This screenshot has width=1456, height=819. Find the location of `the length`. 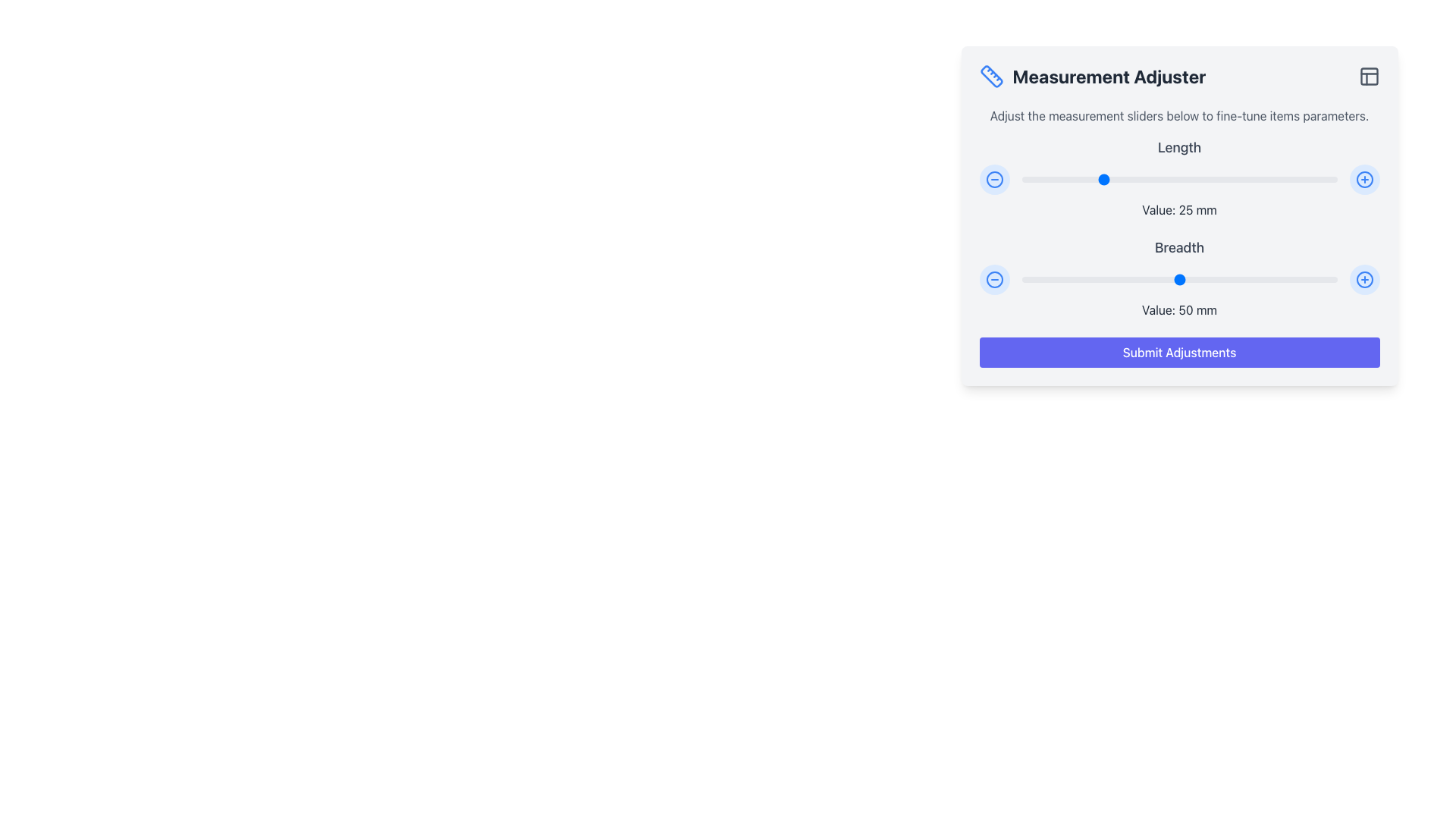

the length is located at coordinates (1090, 178).